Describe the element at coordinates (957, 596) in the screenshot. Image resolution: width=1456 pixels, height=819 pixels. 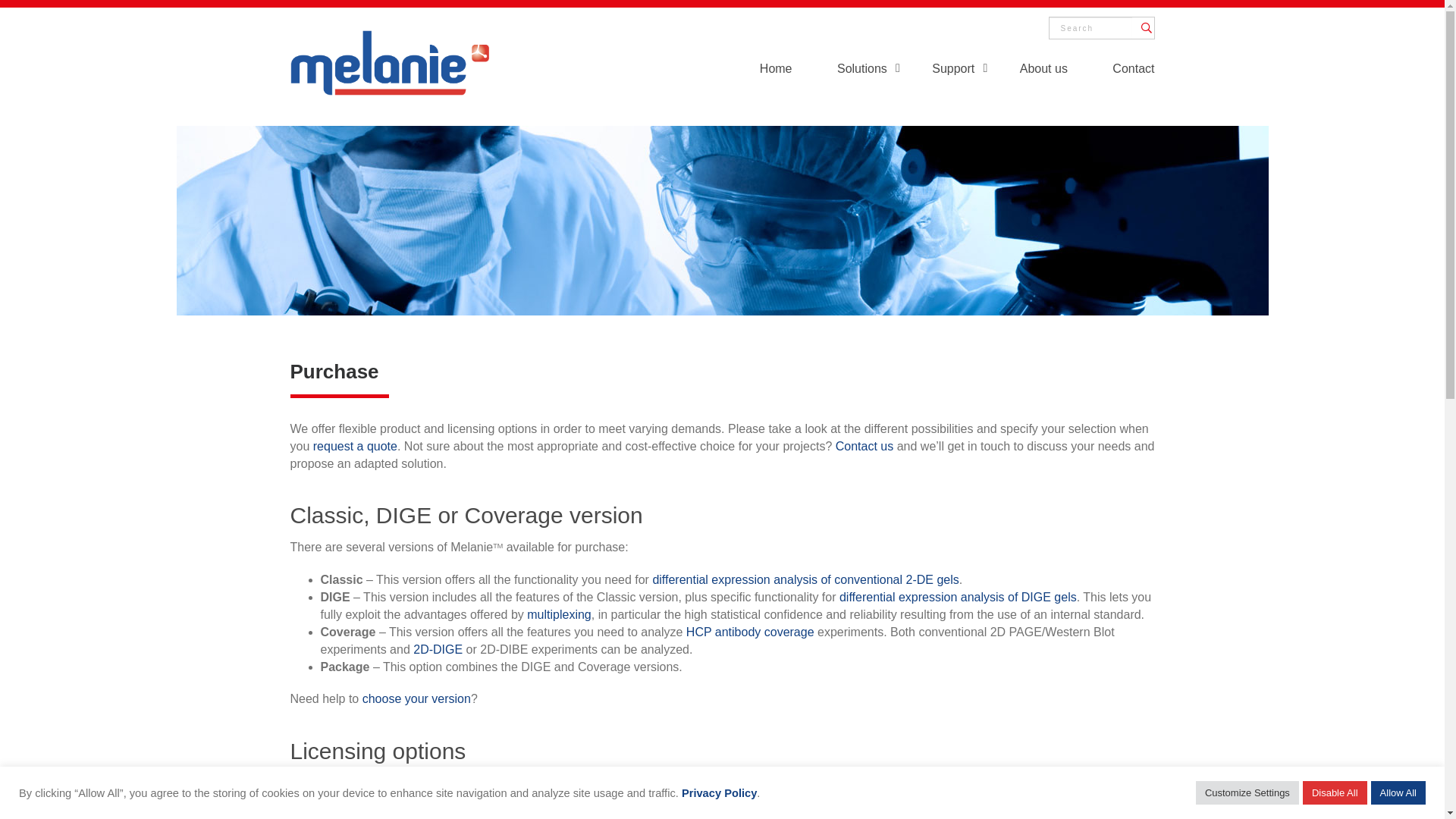
I see `'differential expression analysis of DIGE gels'` at that location.